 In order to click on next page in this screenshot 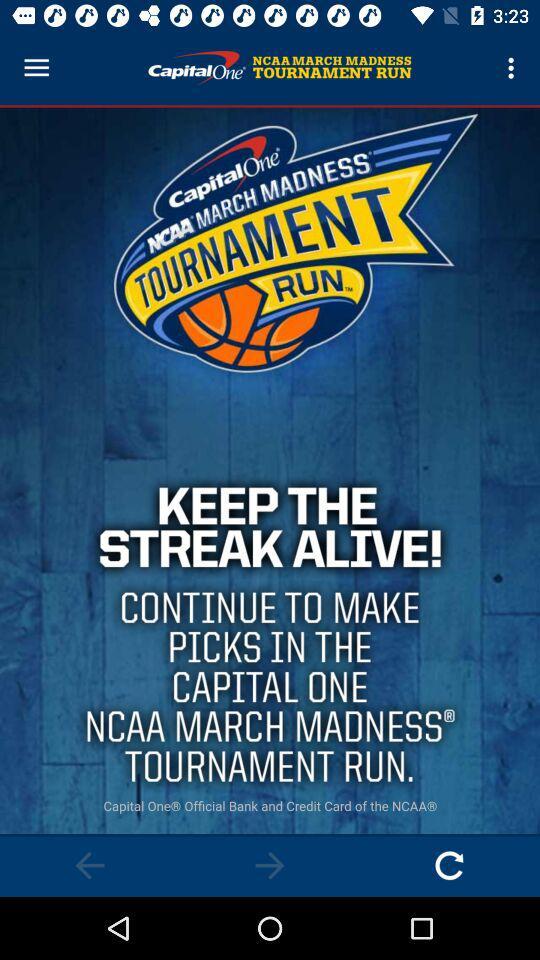, I will do `click(270, 864)`.